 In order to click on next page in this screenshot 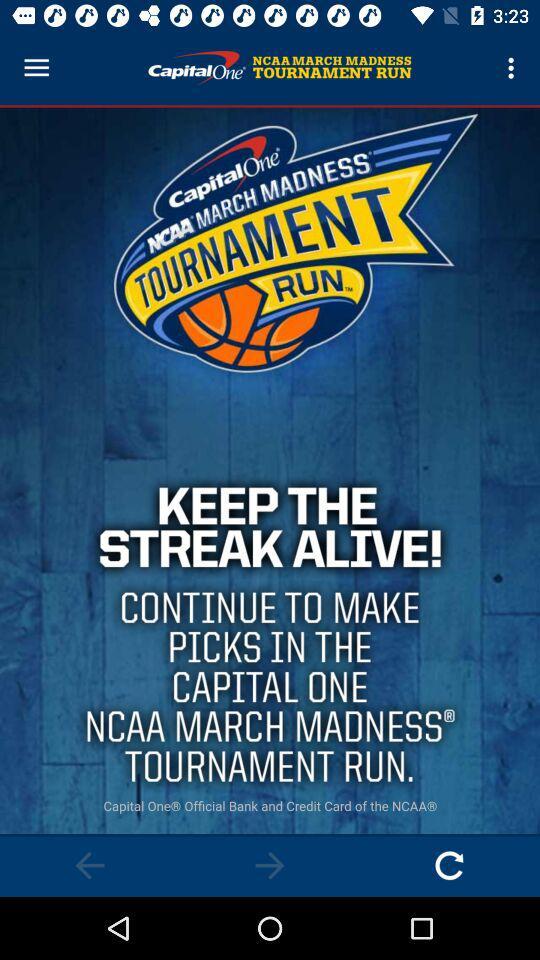, I will do `click(270, 864)`.